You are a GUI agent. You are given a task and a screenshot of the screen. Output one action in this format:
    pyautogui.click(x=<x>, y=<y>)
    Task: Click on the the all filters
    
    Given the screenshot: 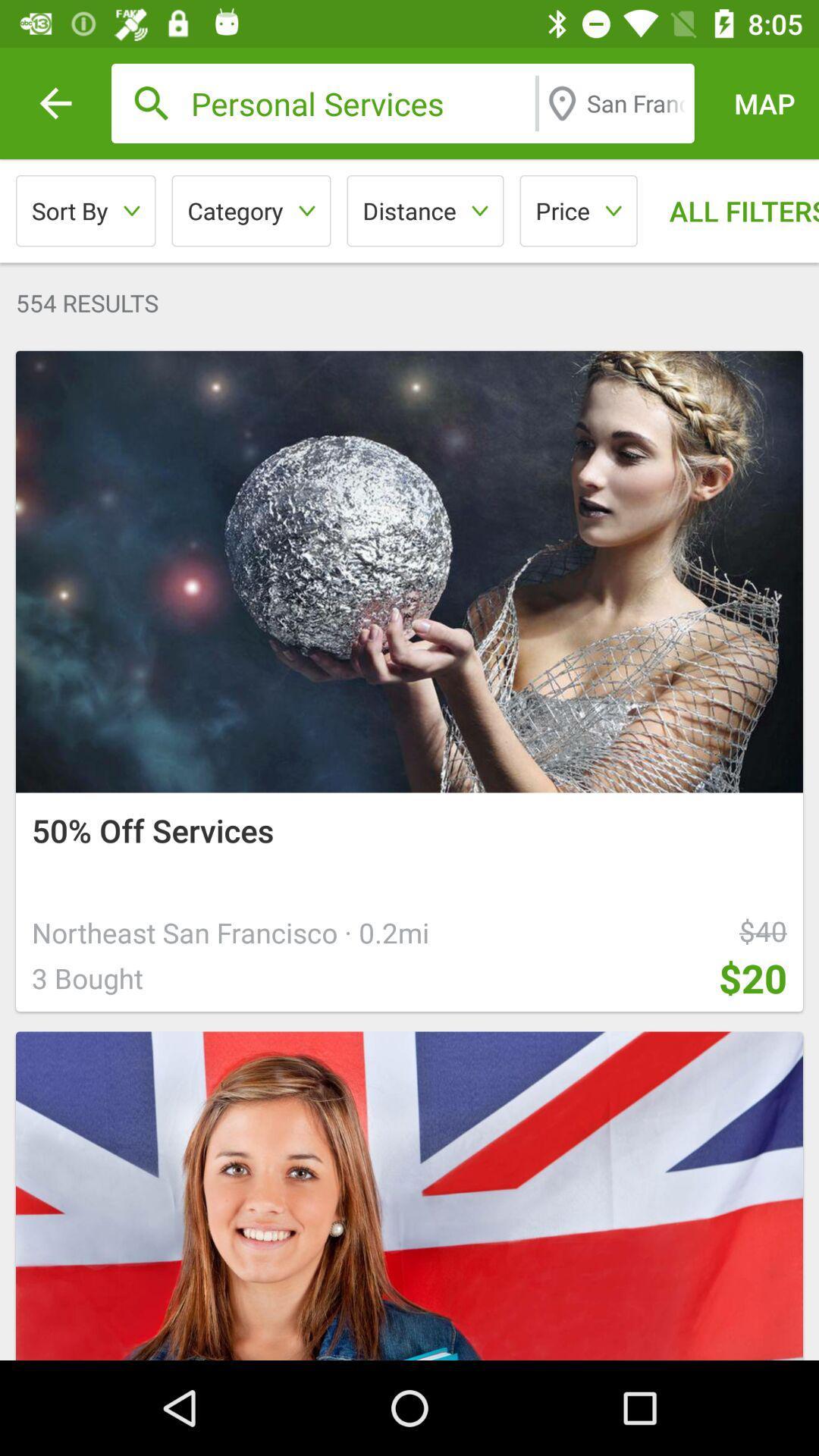 What is the action you would take?
    pyautogui.click(x=731, y=210)
    